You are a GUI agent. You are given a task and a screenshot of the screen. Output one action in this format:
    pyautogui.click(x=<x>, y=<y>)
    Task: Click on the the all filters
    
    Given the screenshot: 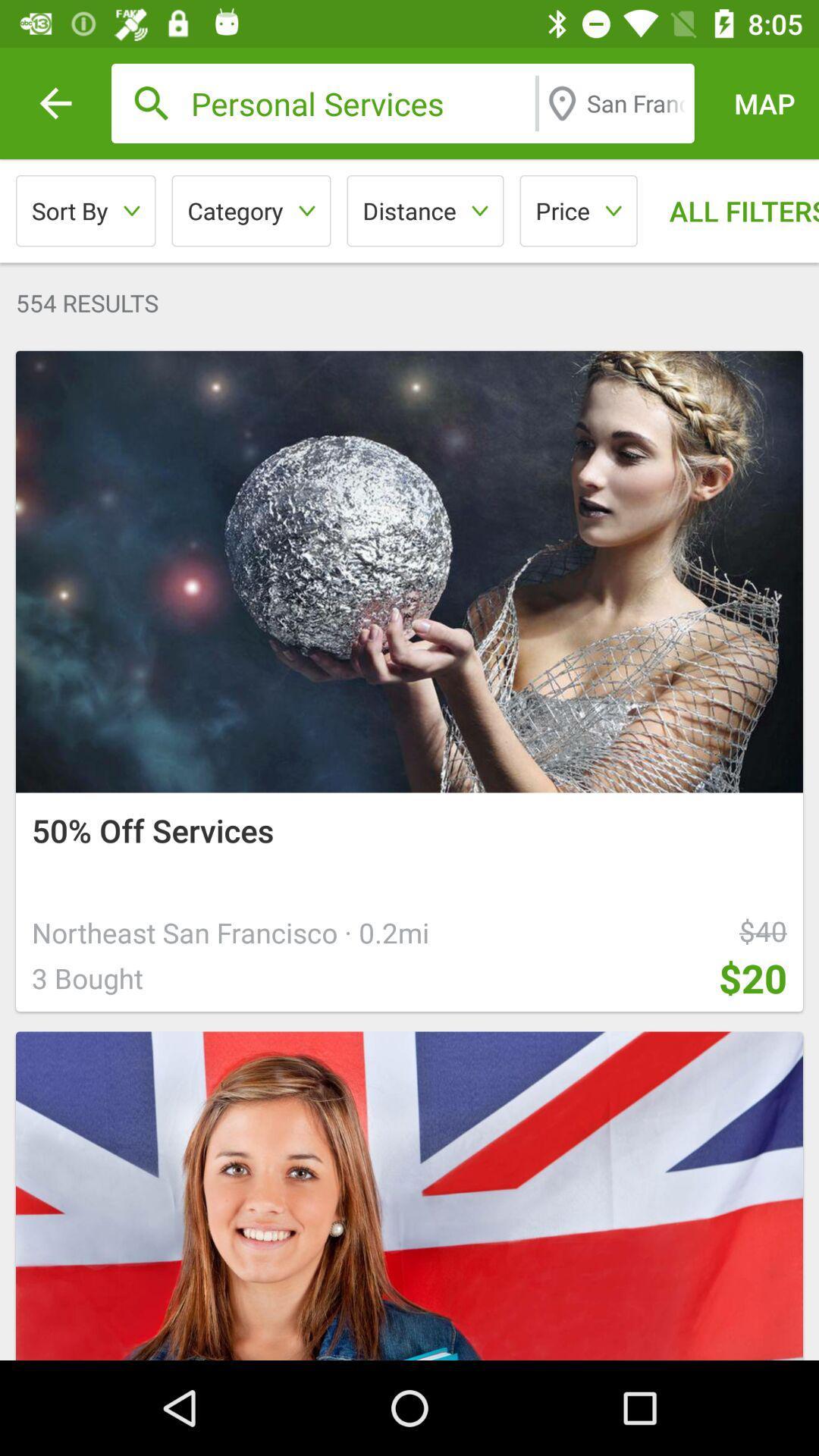 What is the action you would take?
    pyautogui.click(x=731, y=210)
    